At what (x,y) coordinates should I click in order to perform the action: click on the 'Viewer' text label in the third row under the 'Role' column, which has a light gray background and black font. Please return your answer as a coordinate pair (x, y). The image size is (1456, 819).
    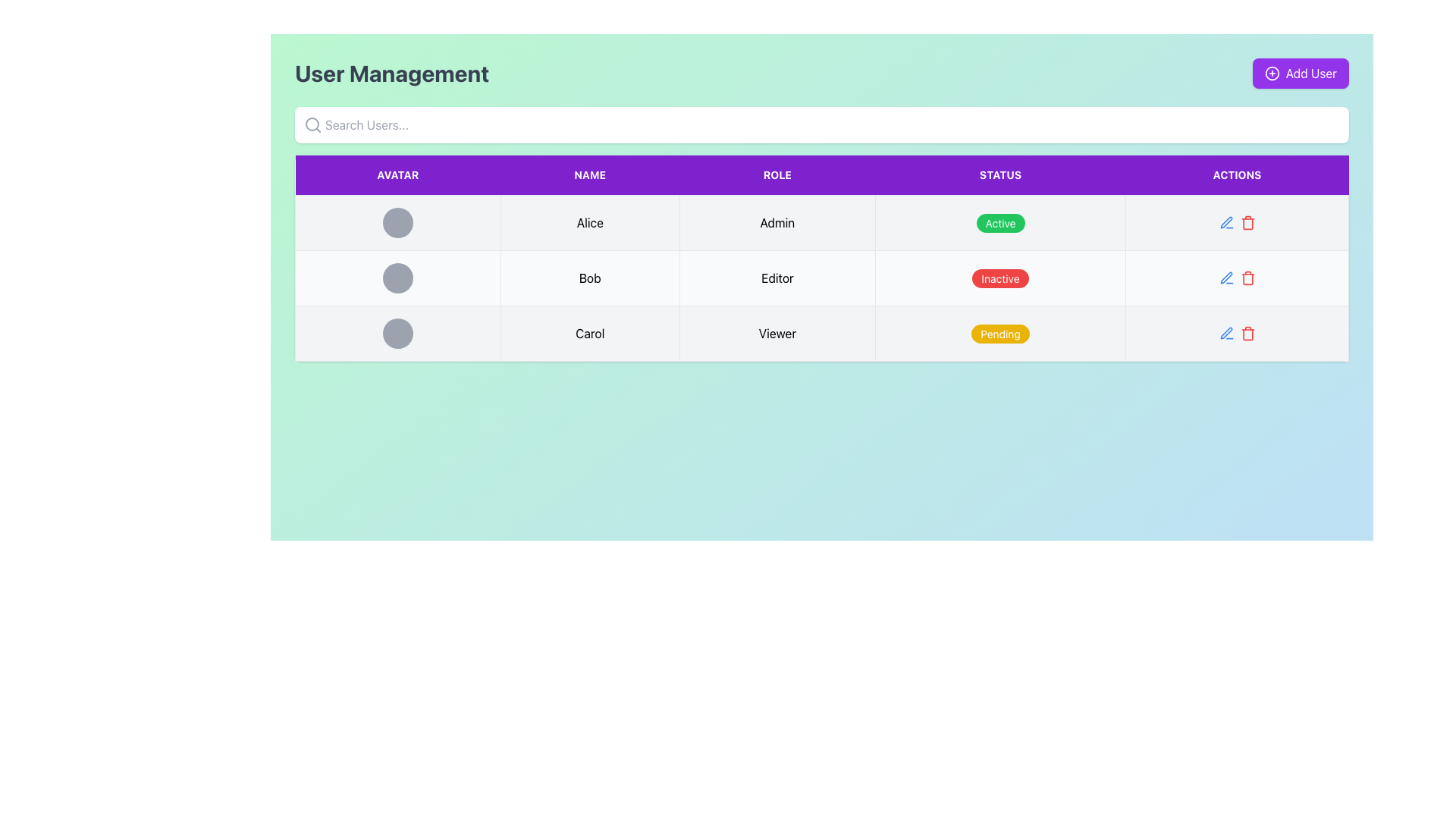
    Looking at the image, I should click on (777, 332).